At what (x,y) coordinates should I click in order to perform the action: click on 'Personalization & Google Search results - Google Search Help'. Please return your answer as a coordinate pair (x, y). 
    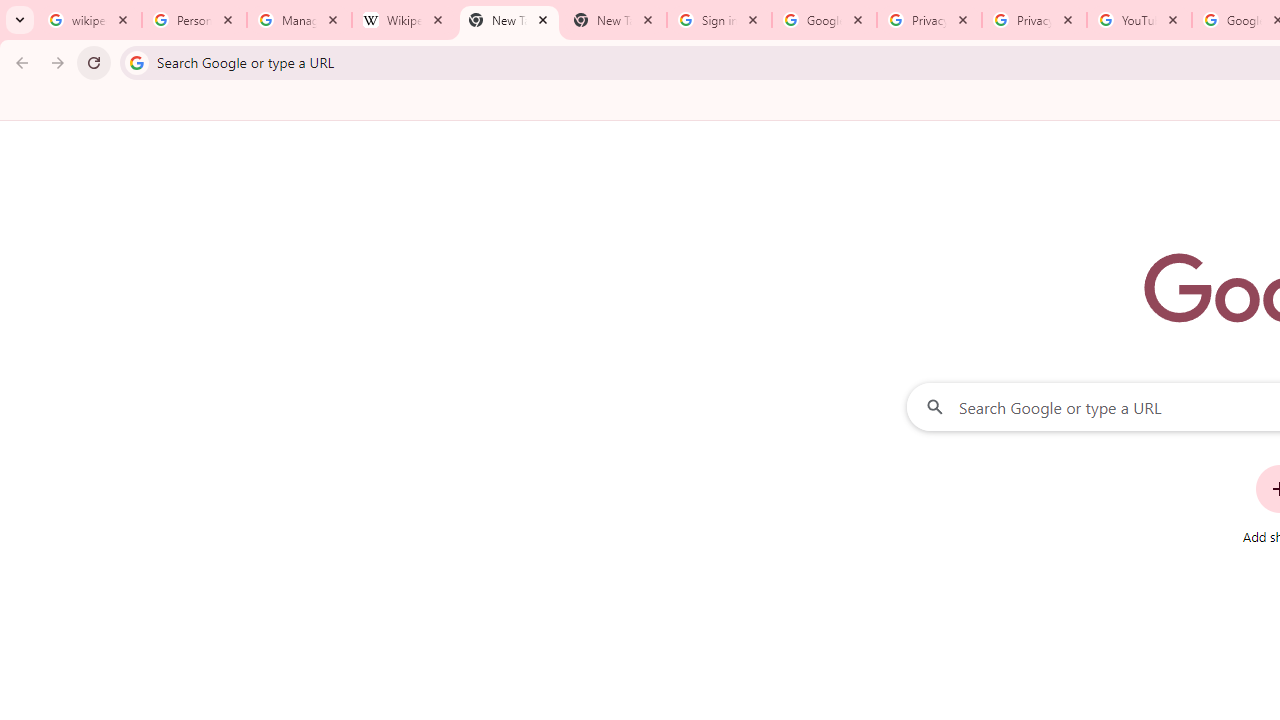
    Looking at the image, I should click on (194, 20).